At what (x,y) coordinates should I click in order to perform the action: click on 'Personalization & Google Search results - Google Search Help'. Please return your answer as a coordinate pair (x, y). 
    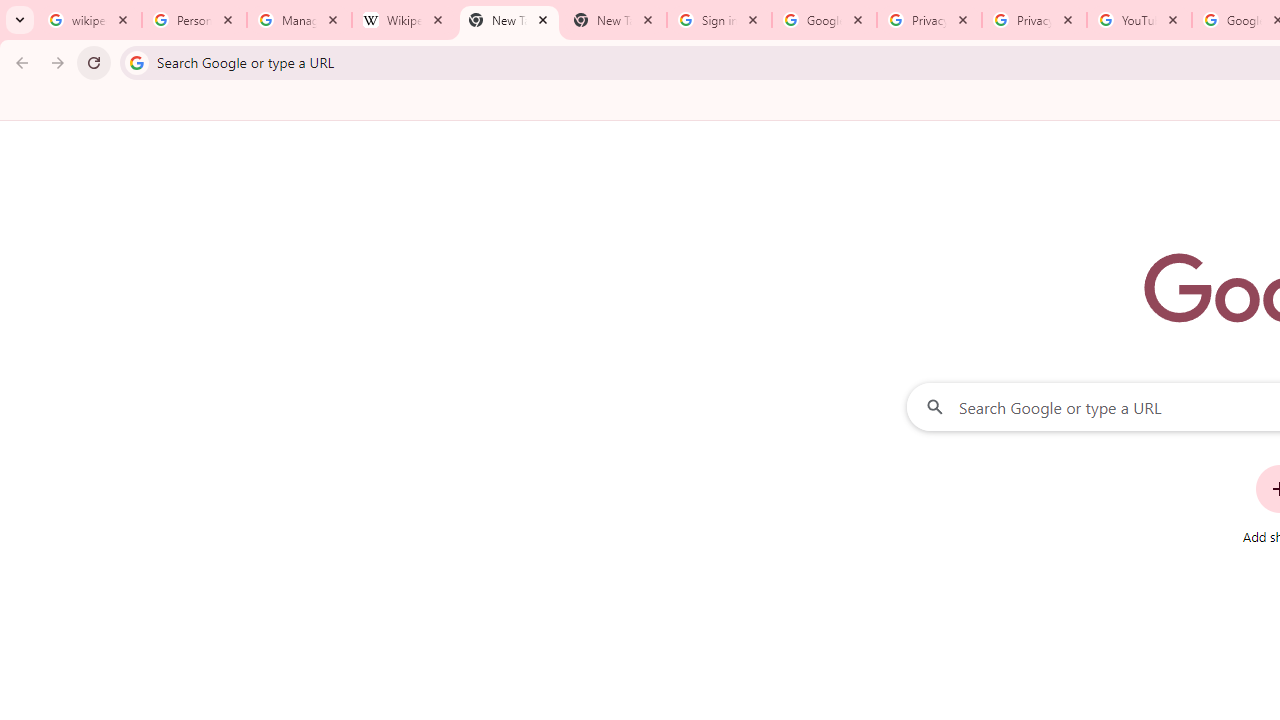
    Looking at the image, I should click on (194, 20).